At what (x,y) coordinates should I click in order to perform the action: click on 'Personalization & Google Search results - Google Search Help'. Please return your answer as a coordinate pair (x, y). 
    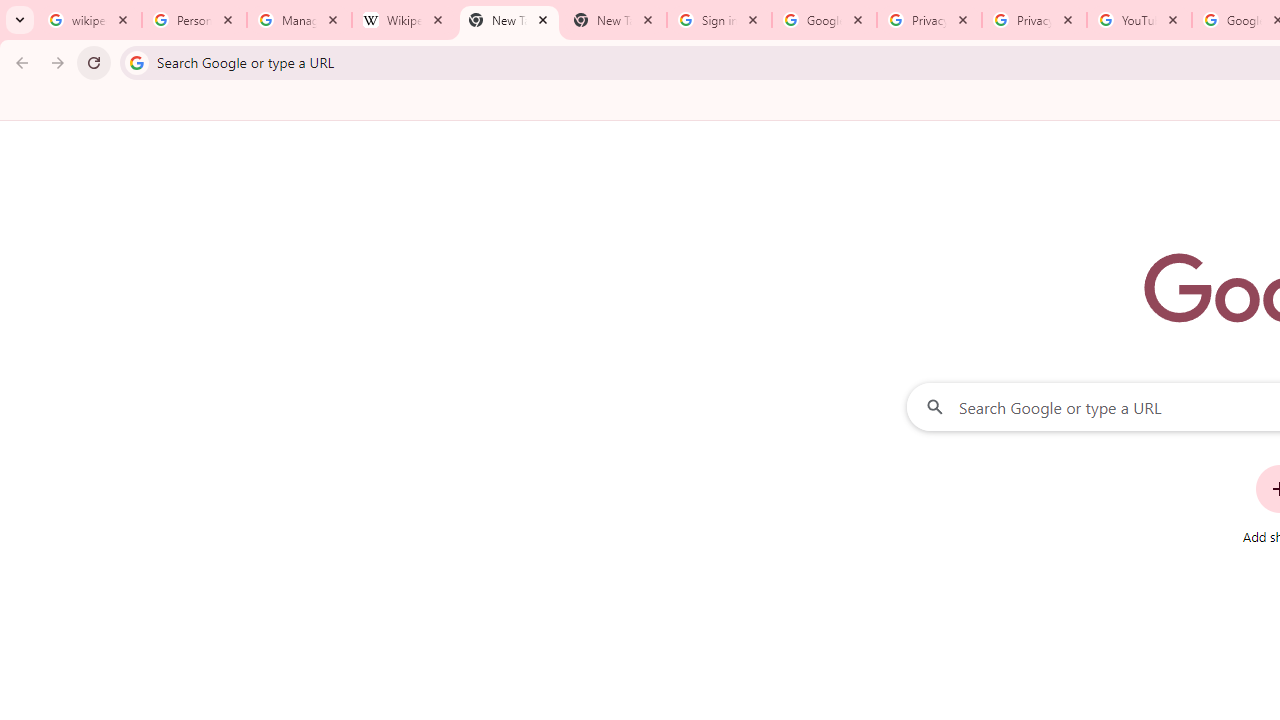
    Looking at the image, I should click on (194, 20).